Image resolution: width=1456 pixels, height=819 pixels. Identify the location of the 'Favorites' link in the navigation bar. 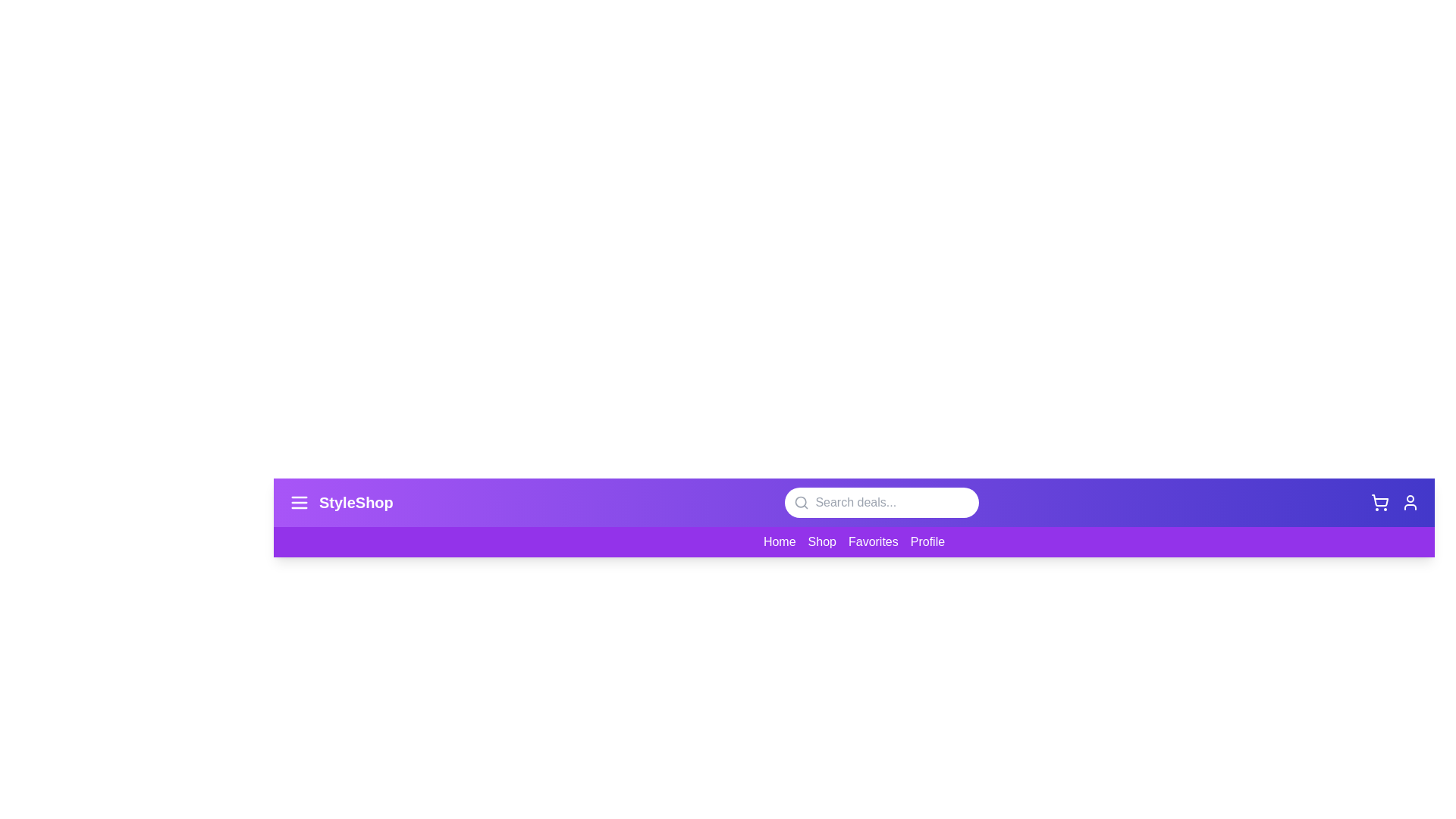
(873, 540).